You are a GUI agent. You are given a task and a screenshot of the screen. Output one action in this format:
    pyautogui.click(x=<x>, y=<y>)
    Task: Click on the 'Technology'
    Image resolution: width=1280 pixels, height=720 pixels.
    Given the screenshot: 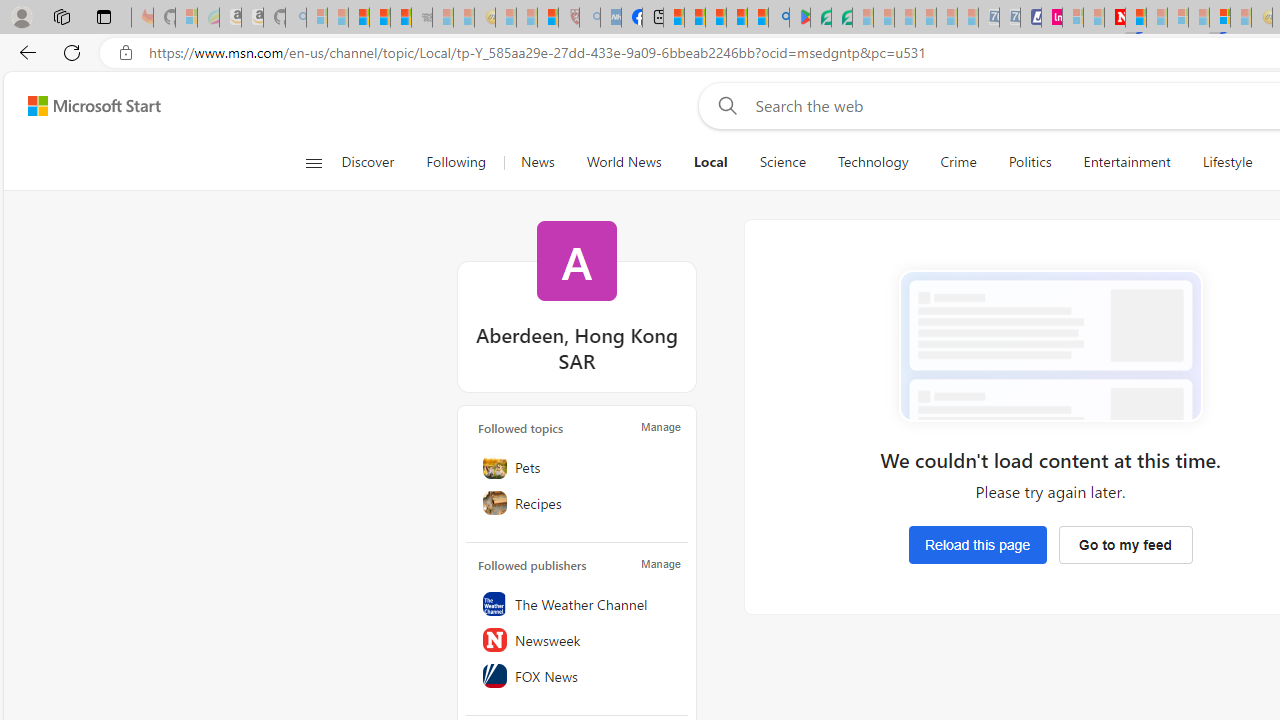 What is the action you would take?
    pyautogui.click(x=872, y=162)
    